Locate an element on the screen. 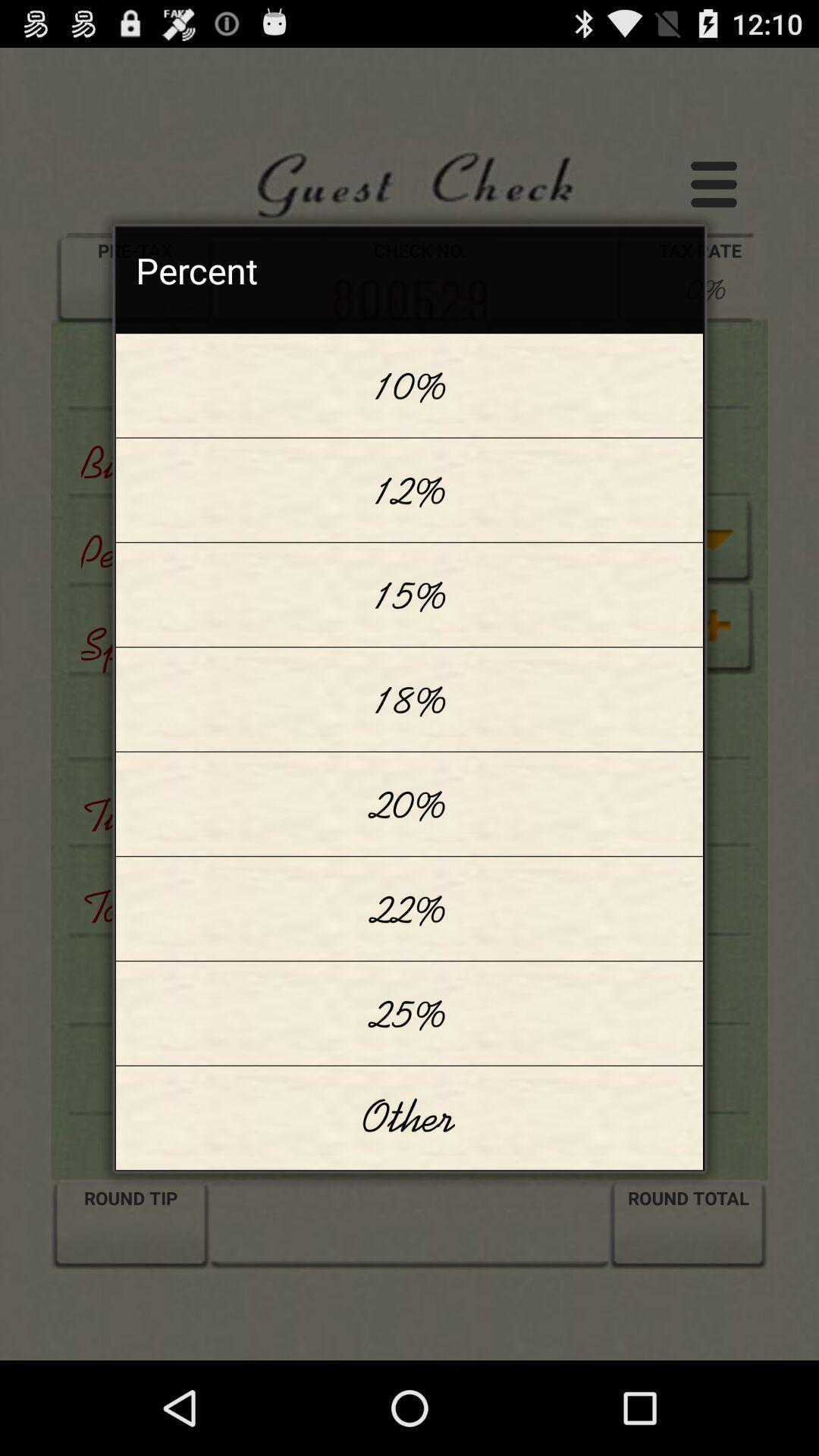 The height and width of the screenshot is (1456, 819). the 22% icon is located at coordinates (409, 908).